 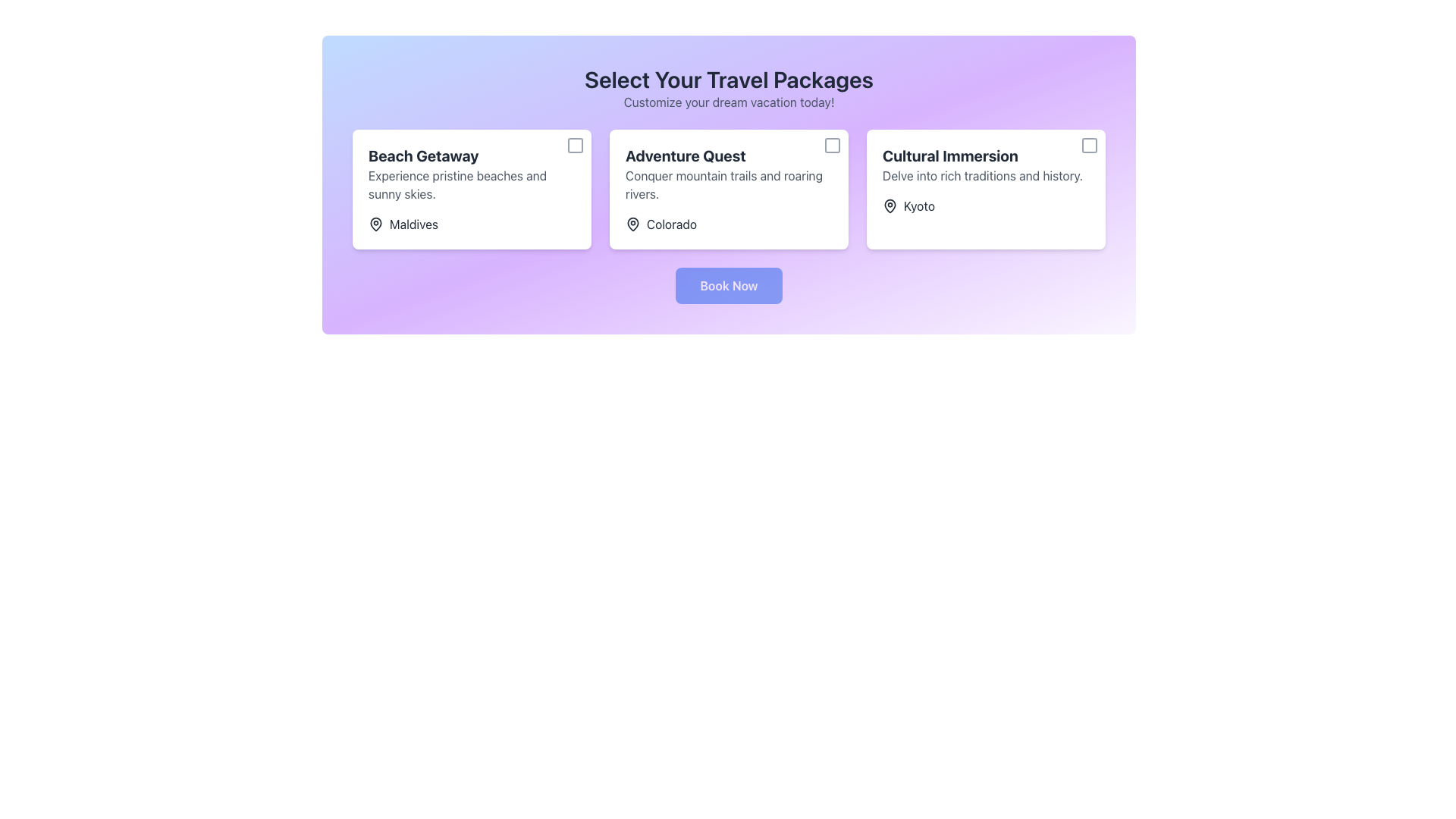 What do you see at coordinates (908, 206) in the screenshot?
I see `the 'Kyoto' text element with a pin icon located in the 'Cultural Immersion' card` at bounding box center [908, 206].